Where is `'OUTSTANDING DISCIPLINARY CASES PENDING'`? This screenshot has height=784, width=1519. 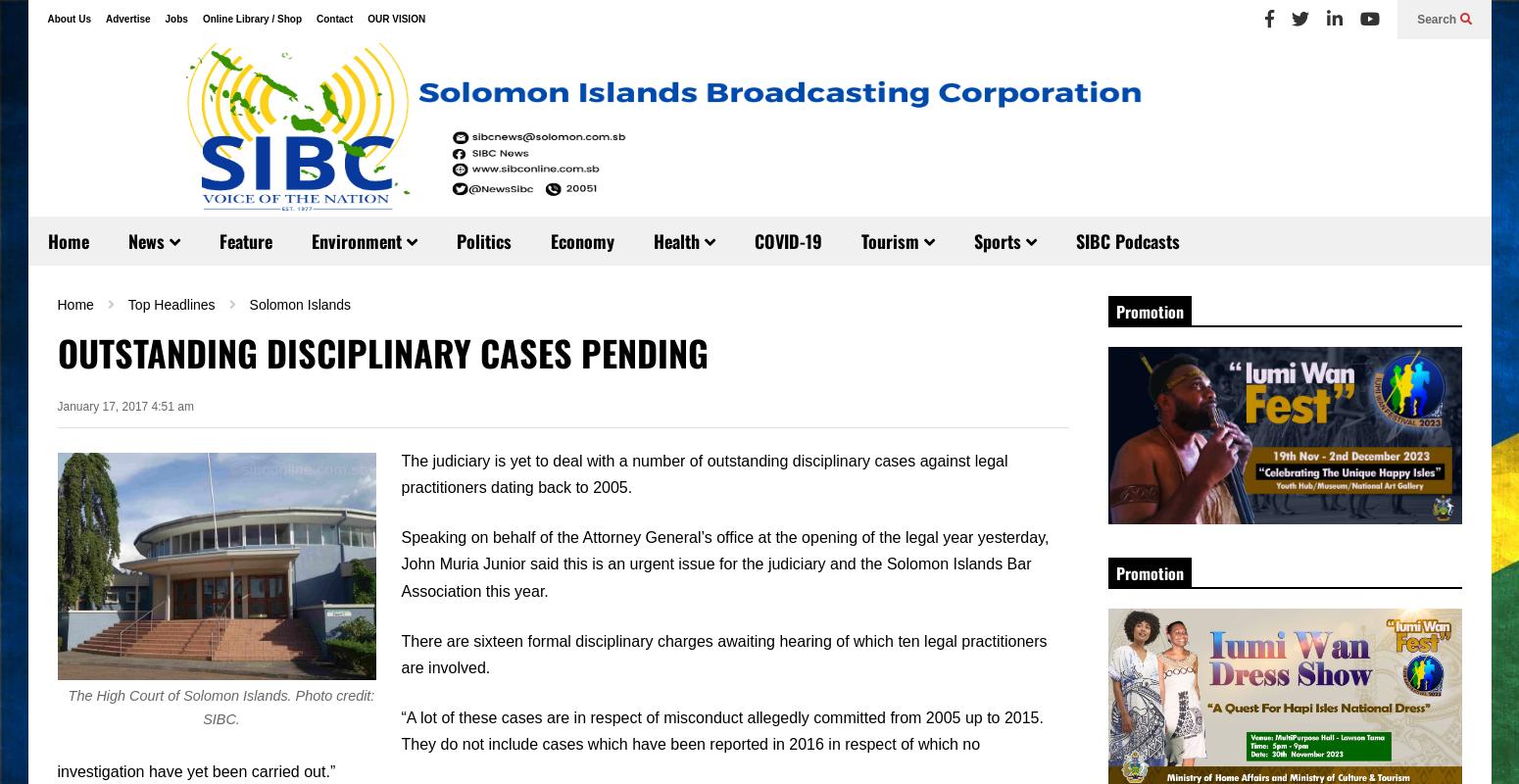 'OUTSTANDING DISCIPLINARY CASES PENDING' is located at coordinates (55, 351).